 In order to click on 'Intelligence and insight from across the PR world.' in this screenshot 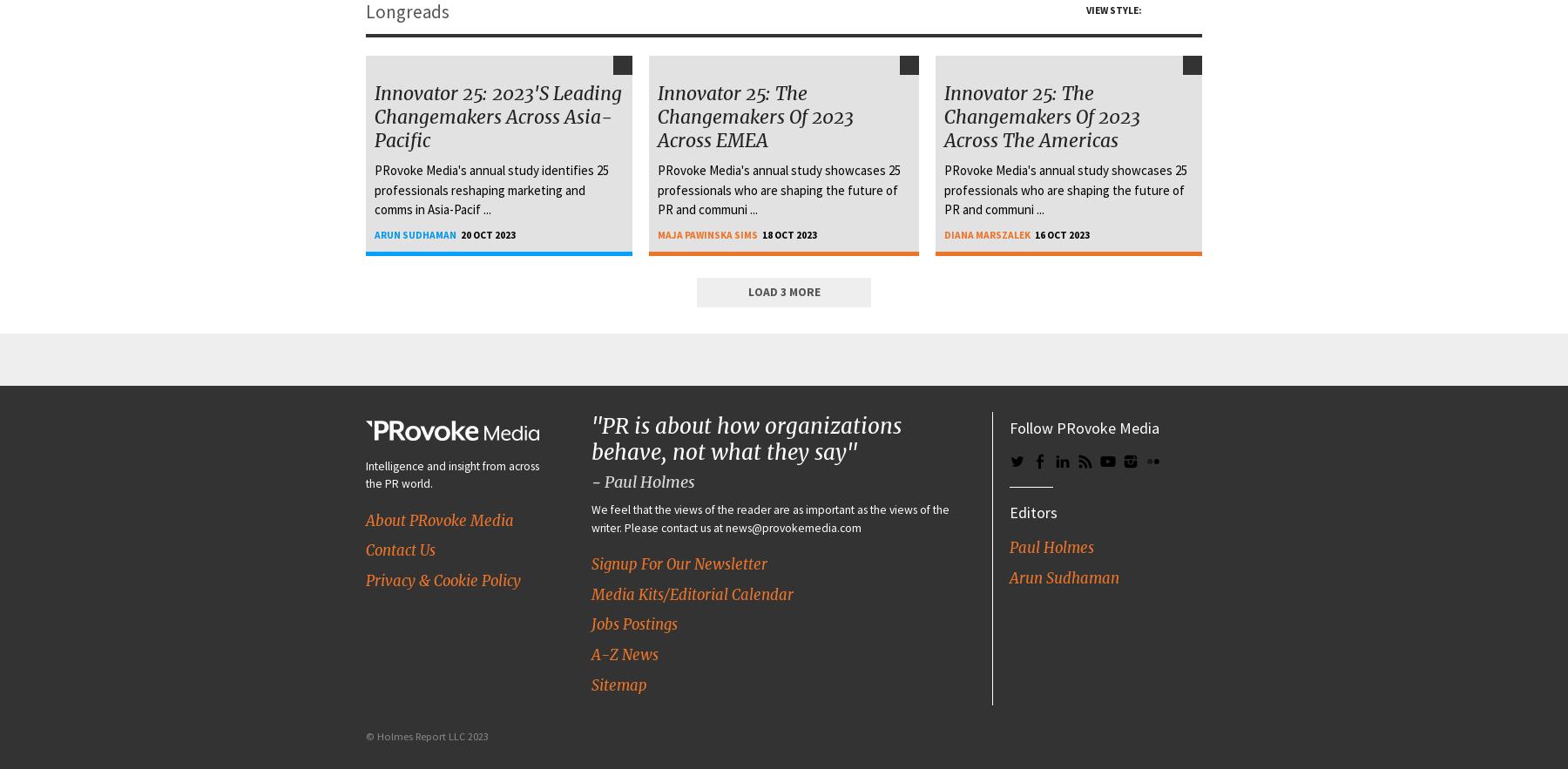, I will do `click(451, 474)`.